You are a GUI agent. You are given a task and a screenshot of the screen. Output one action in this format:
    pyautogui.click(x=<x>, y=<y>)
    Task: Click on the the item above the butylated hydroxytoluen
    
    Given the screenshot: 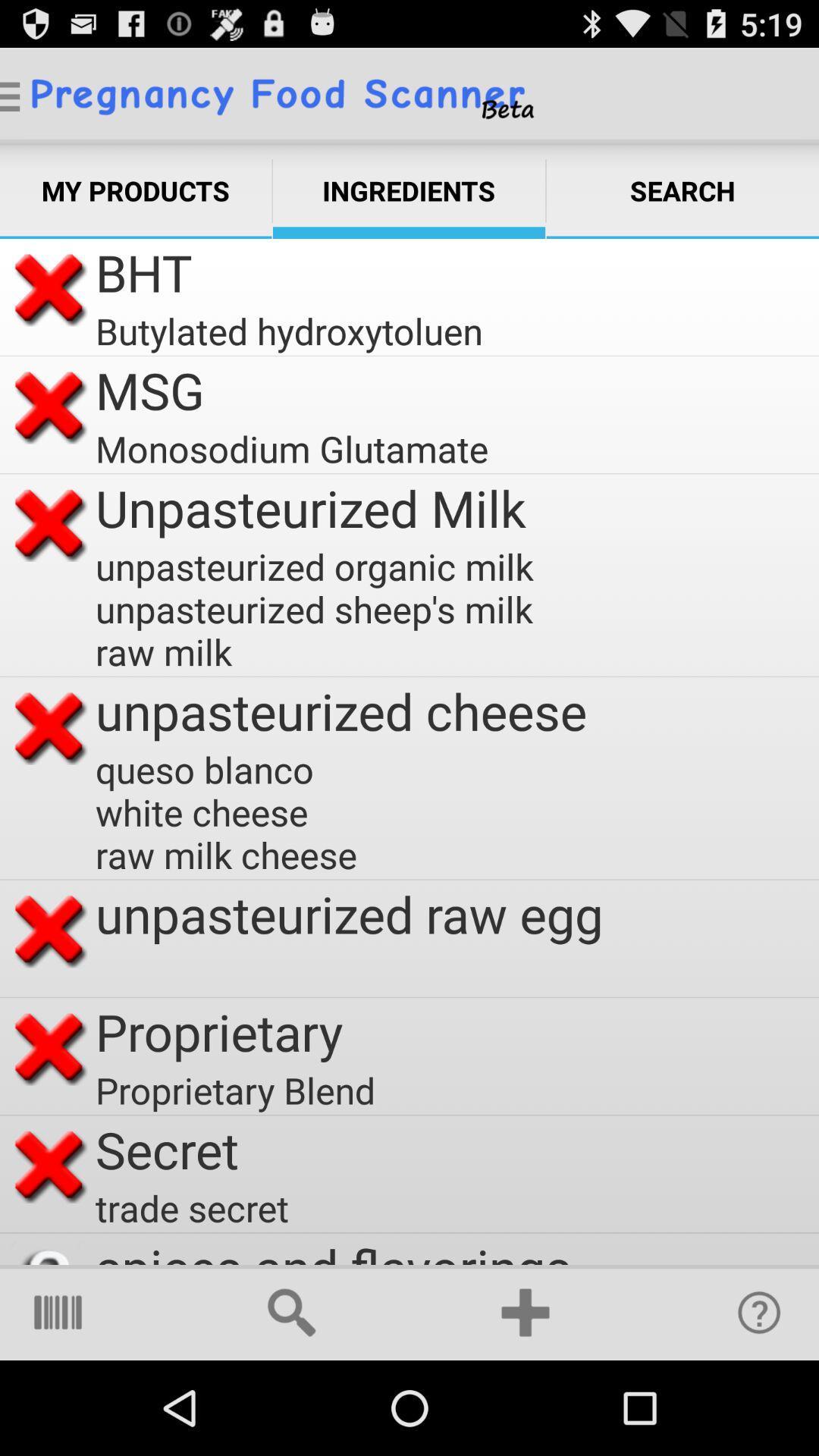 What is the action you would take?
    pyautogui.click(x=143, y=272)
    